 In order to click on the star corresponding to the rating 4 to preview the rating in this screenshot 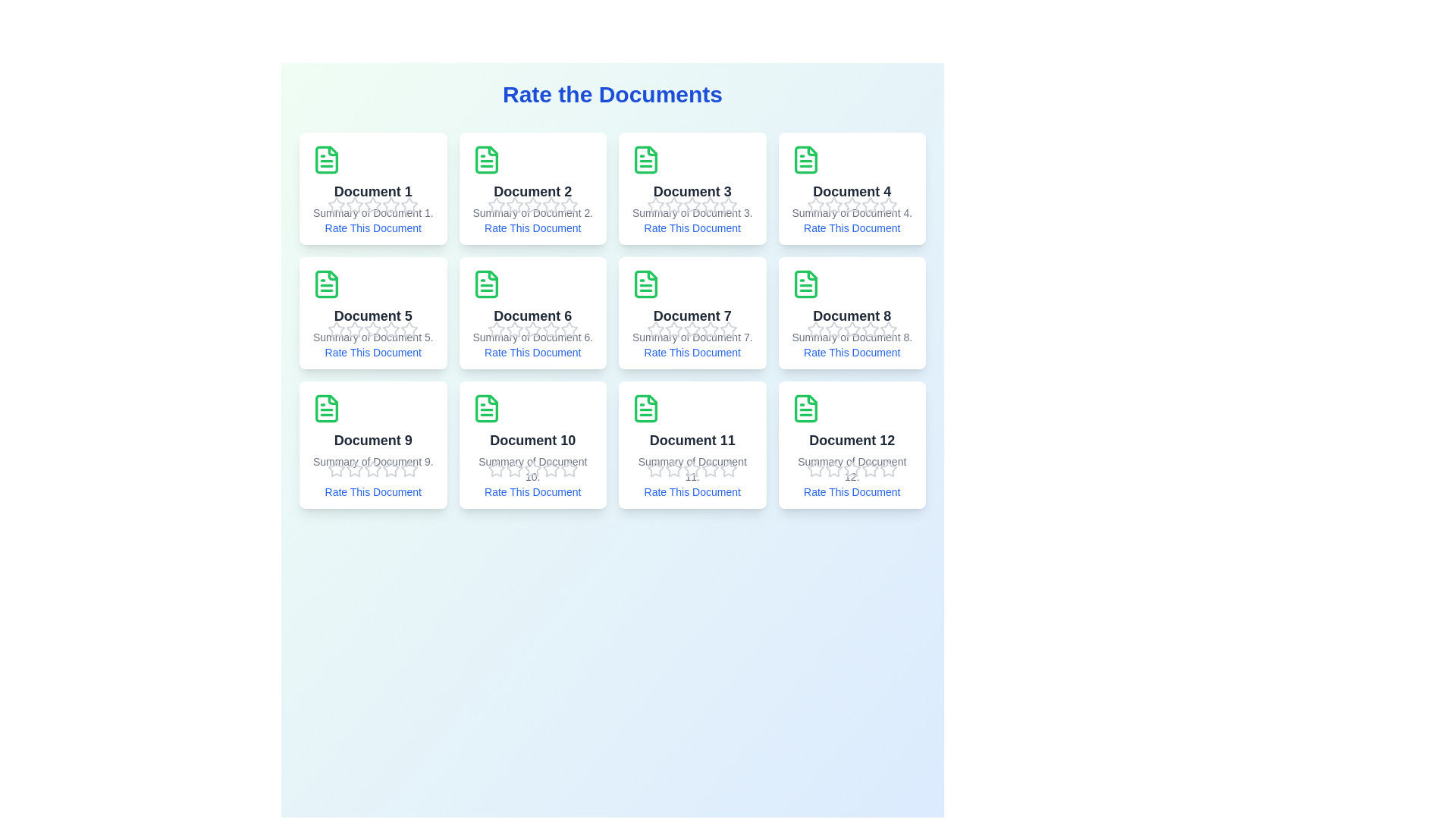, I will do `click(391, 205)`.